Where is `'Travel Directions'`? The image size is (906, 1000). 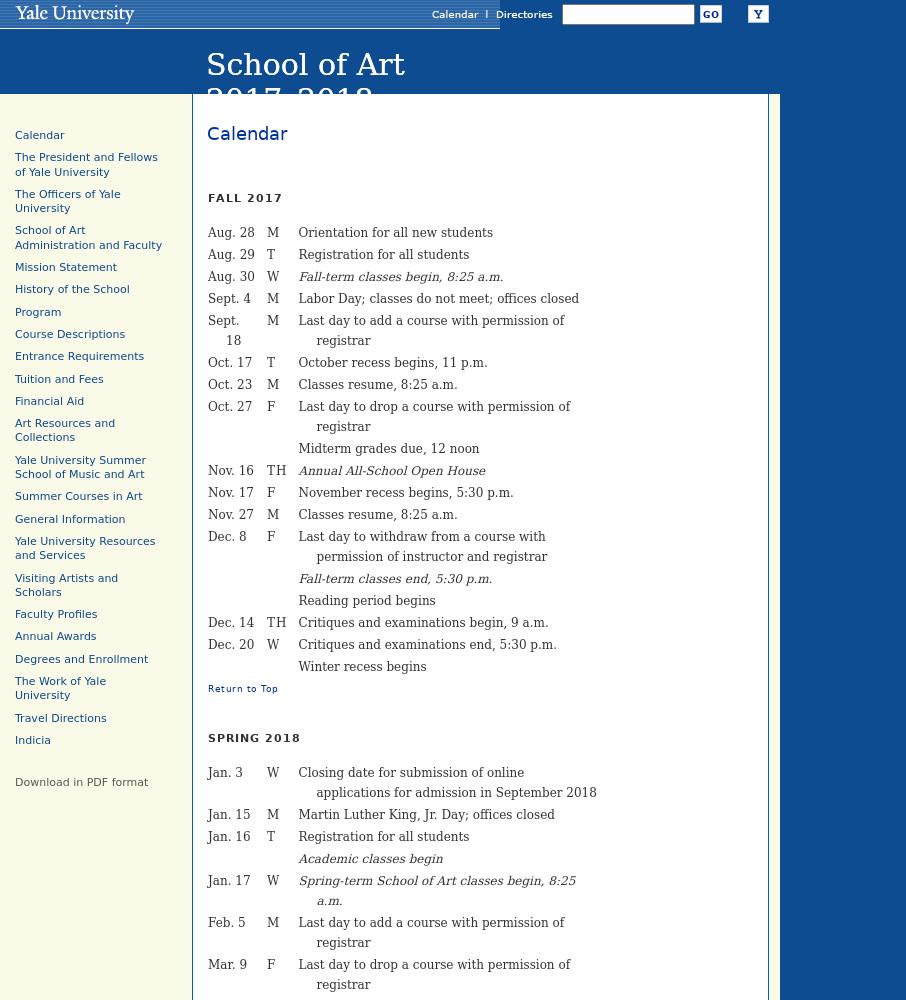
'Travel Directions' is located at coordinates (60, 716).